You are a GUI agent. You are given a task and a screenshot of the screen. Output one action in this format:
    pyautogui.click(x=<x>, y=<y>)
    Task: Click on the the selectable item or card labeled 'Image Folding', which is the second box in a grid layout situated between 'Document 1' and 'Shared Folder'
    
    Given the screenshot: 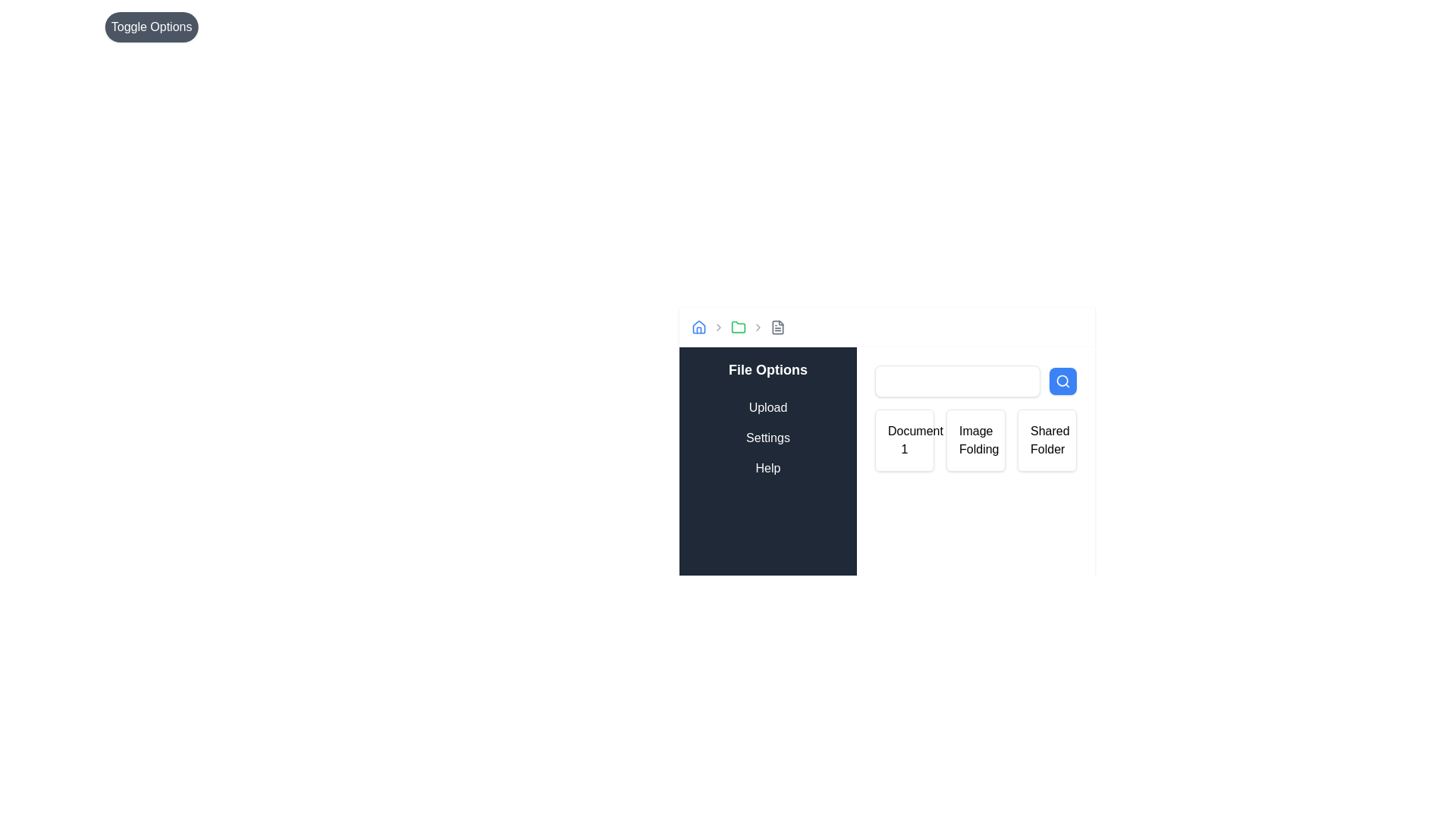 What is the action you would take?
    pyautogui.click(x=975, y=441)
    